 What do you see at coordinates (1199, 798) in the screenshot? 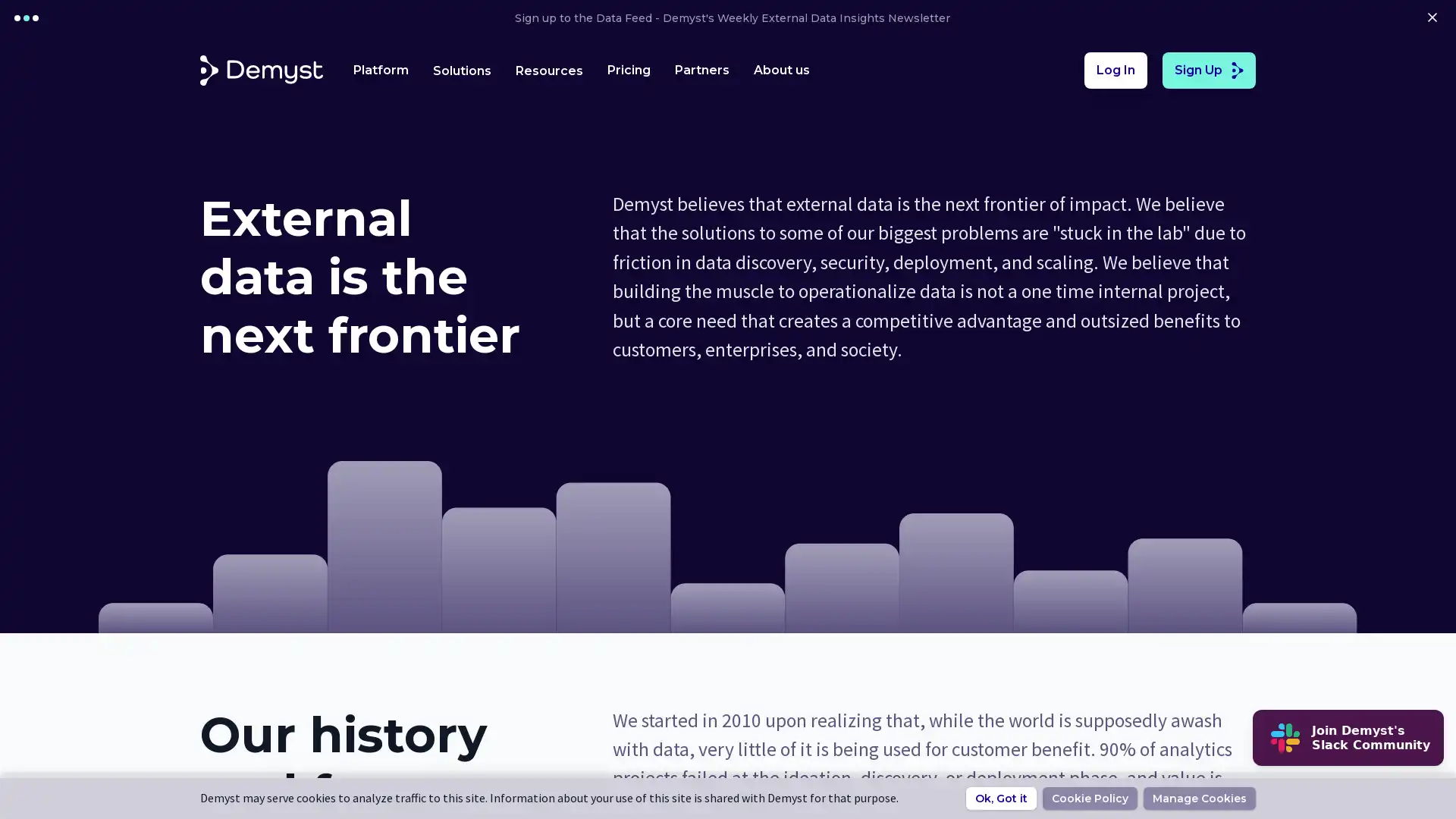
I see `Manage Cookies` at bounding box center [1199, 798].